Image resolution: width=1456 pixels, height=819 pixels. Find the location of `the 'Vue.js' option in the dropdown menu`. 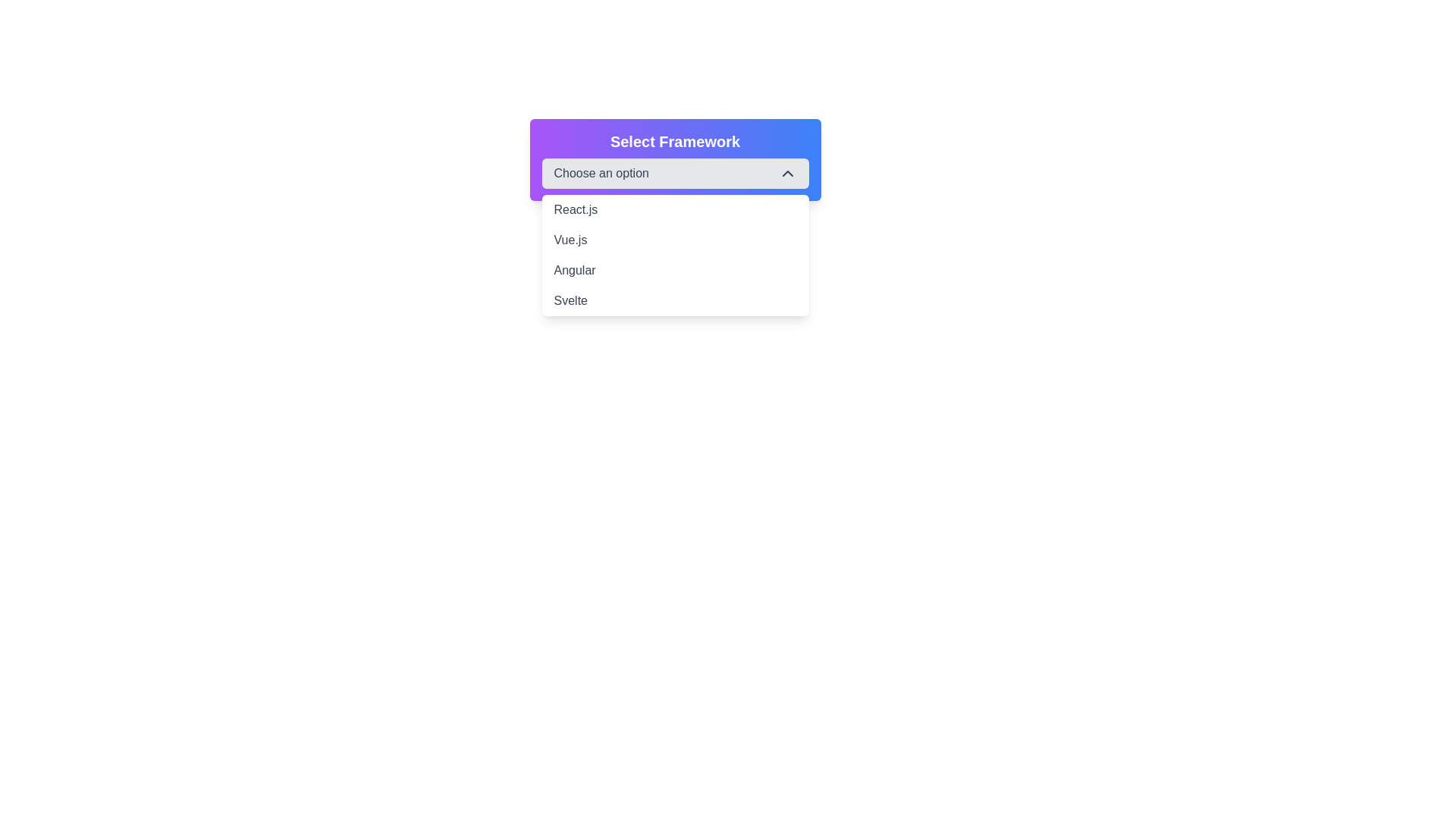

the 'Vue.js' option in the dropdown menu is located at coordinates (570, 239).